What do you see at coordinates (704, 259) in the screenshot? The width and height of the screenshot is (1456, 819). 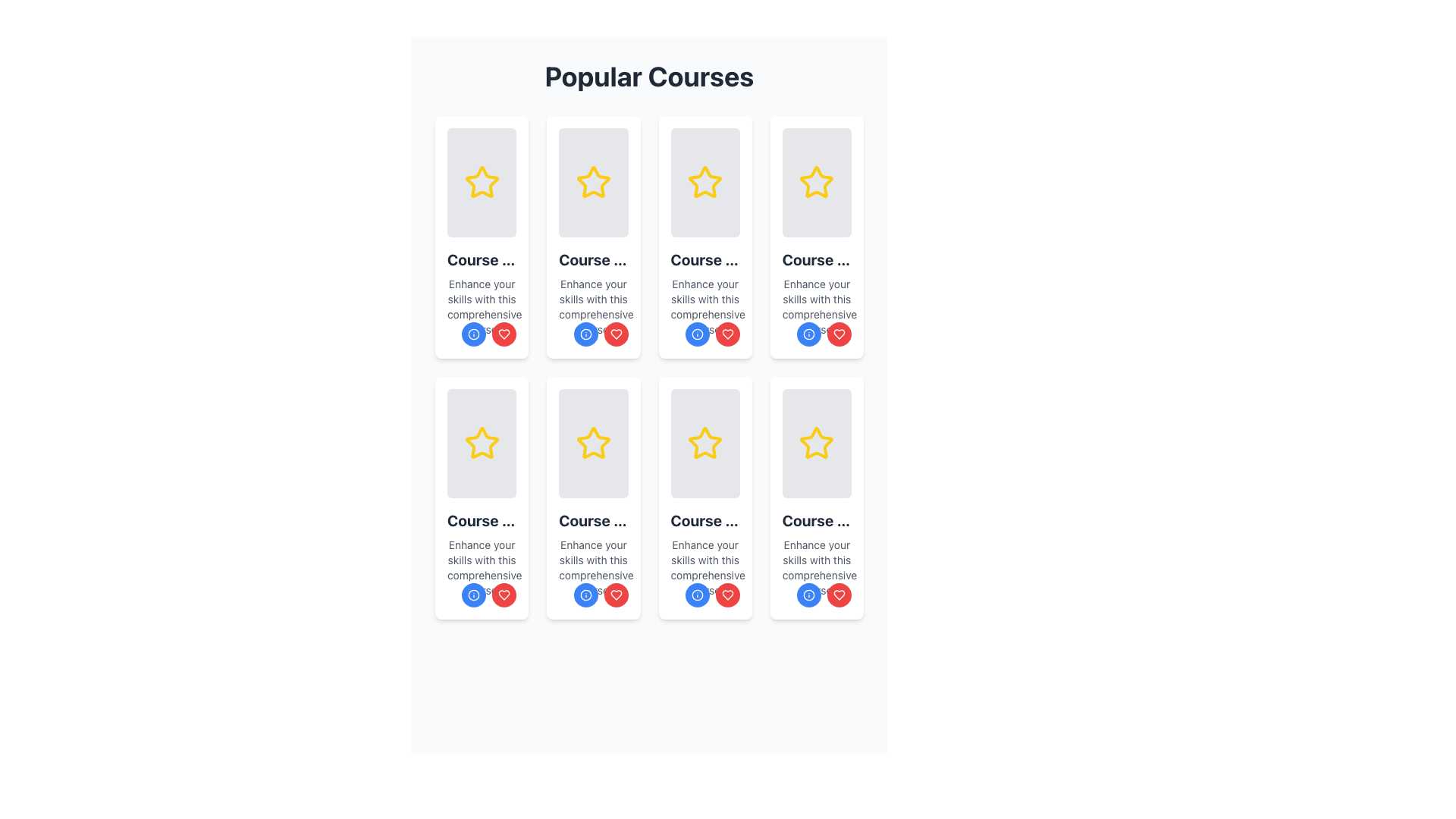 I see `the bold text label reading 'Course Title 3' located within the third card in the first row of the grid layout` at bounding box center [704, 259].